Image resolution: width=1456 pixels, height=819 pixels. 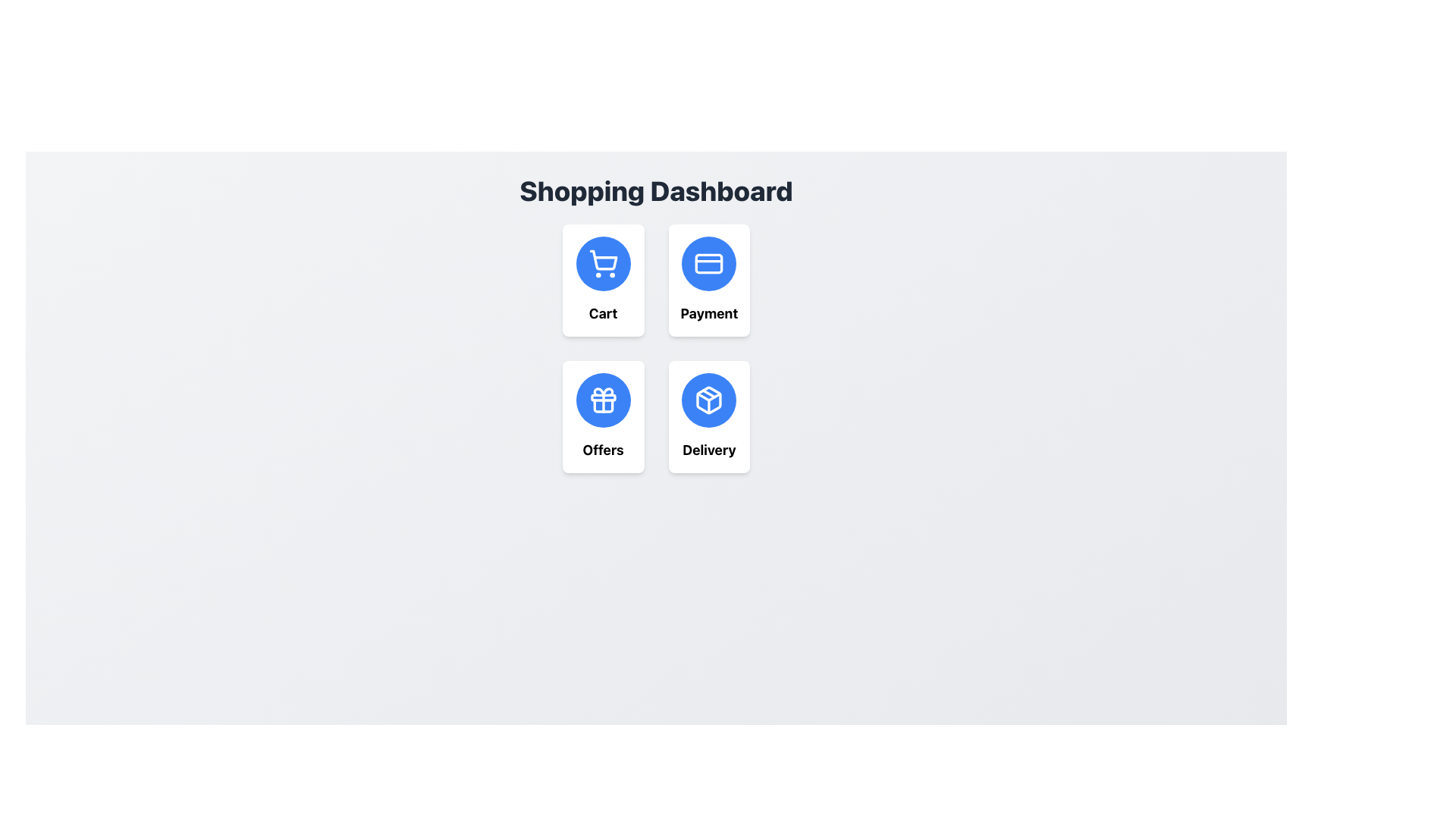 What do you see at coordinates (602, 281) in the screenshot?
I see `the Card Component featuring a blue circular icon with a white shopping cart and the label 'Cart' in bold, uppercase text` at bounding box center [602, 281].